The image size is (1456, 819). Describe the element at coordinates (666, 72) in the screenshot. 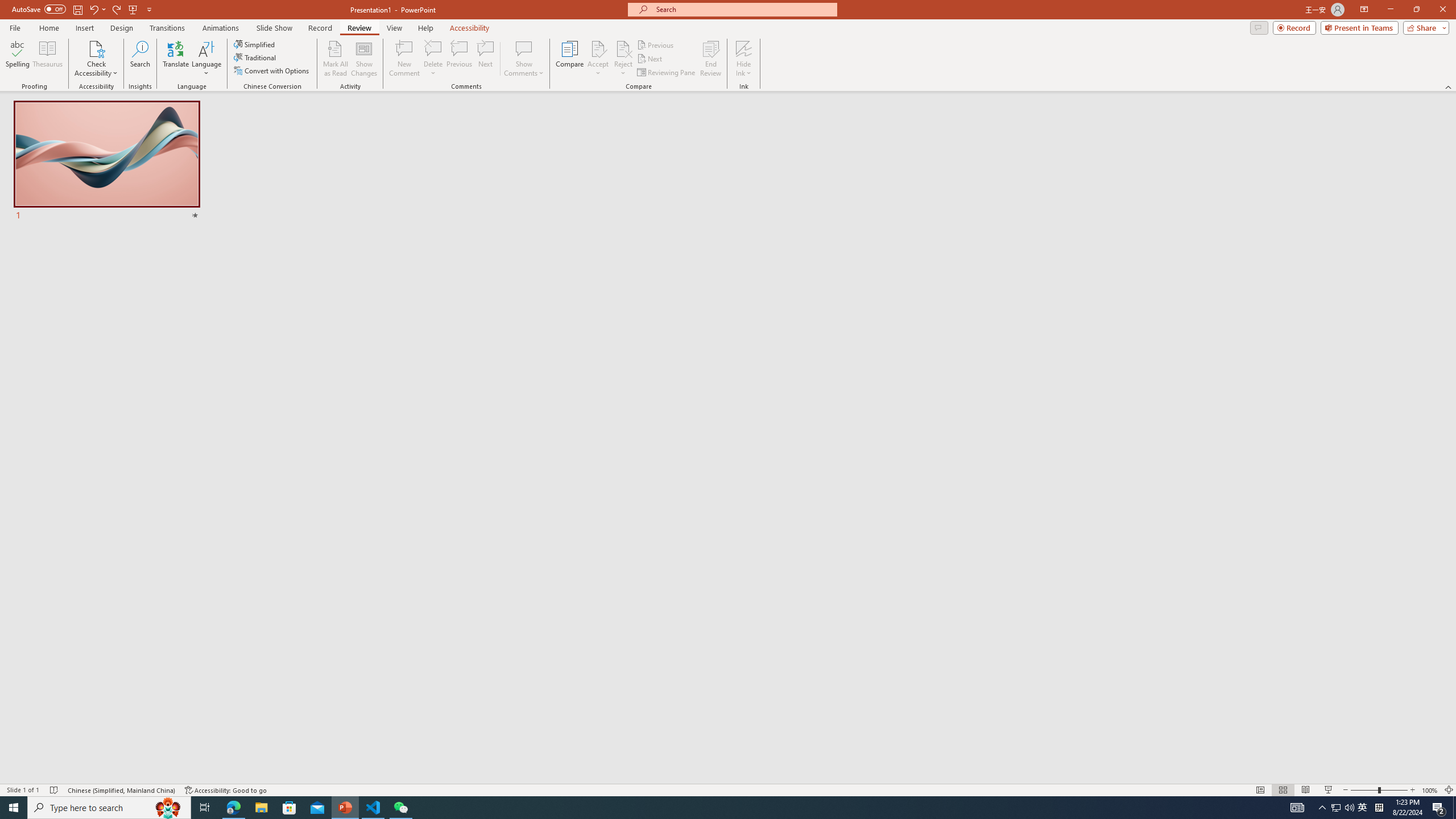

I see `'Reviewing Pane'` at that location.